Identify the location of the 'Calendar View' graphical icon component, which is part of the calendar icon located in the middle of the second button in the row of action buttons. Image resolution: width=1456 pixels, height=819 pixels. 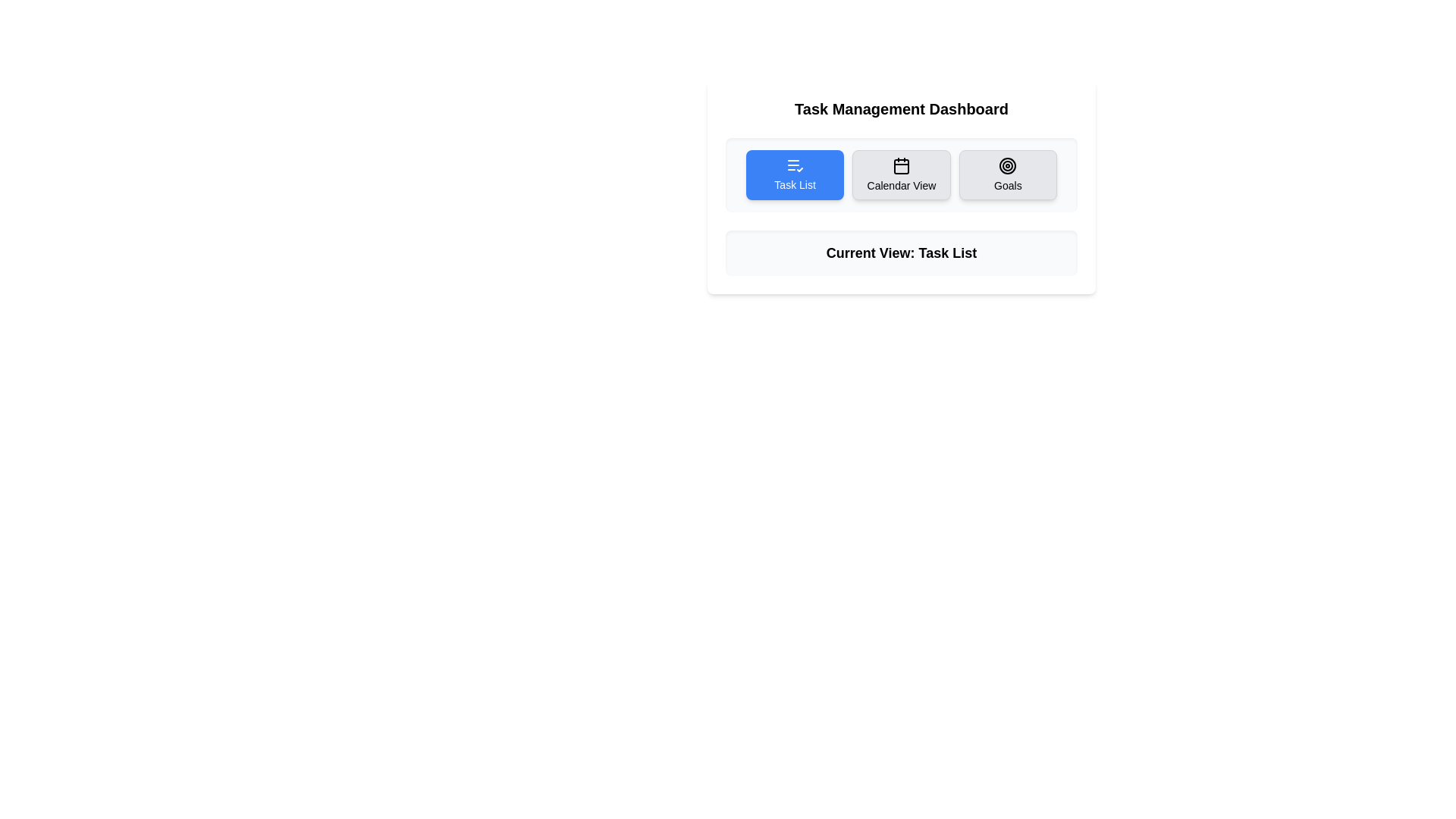
(902, 166).